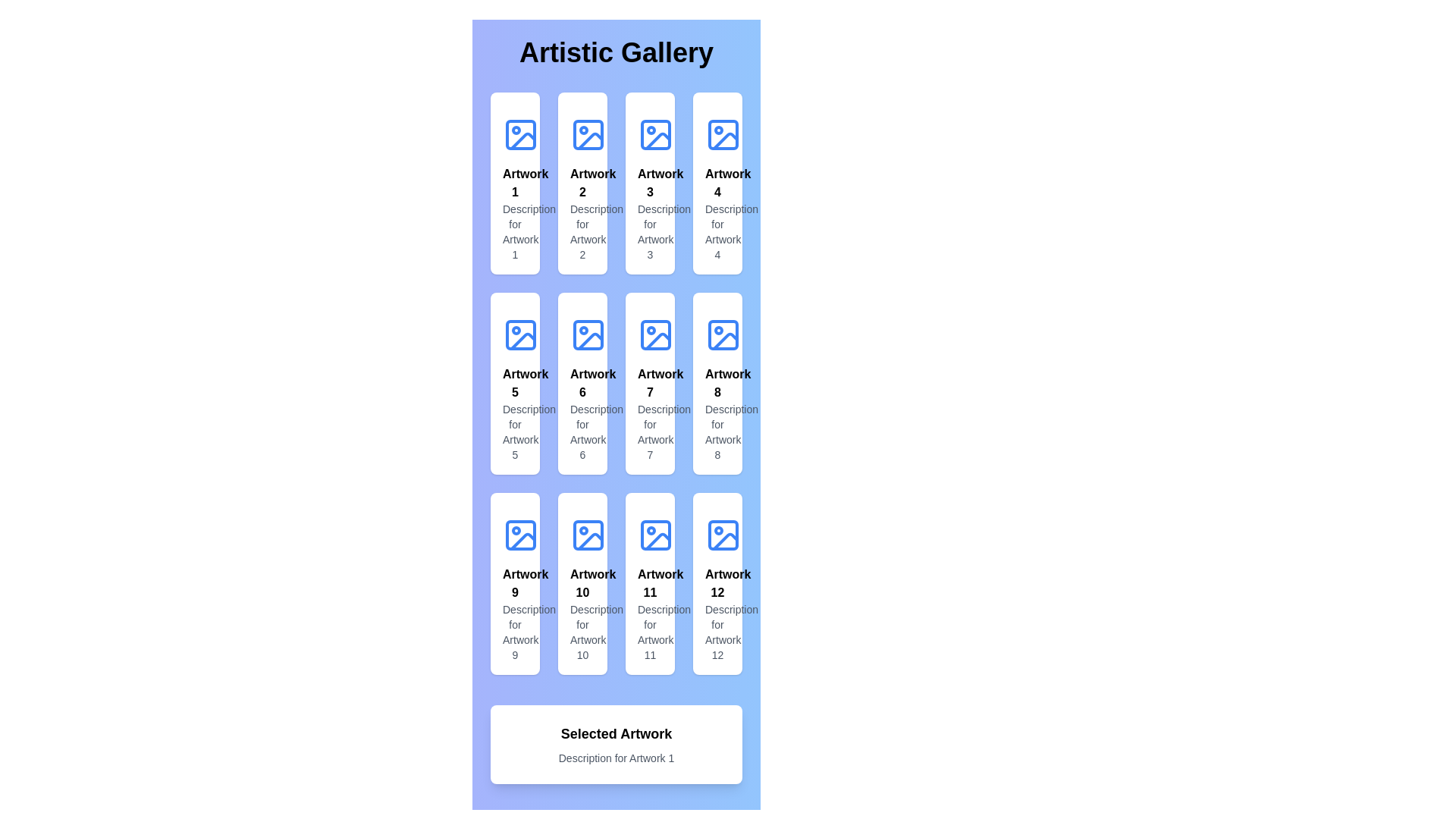 The height and width of the screenshot is (819, 1456). Describe the element at coordinates (717, 183) in the screenshot. I see `the fourth rectangular card in the grid layout, which has a blue image icon, bold text 'Artwork 4', and a description below it` at that location.